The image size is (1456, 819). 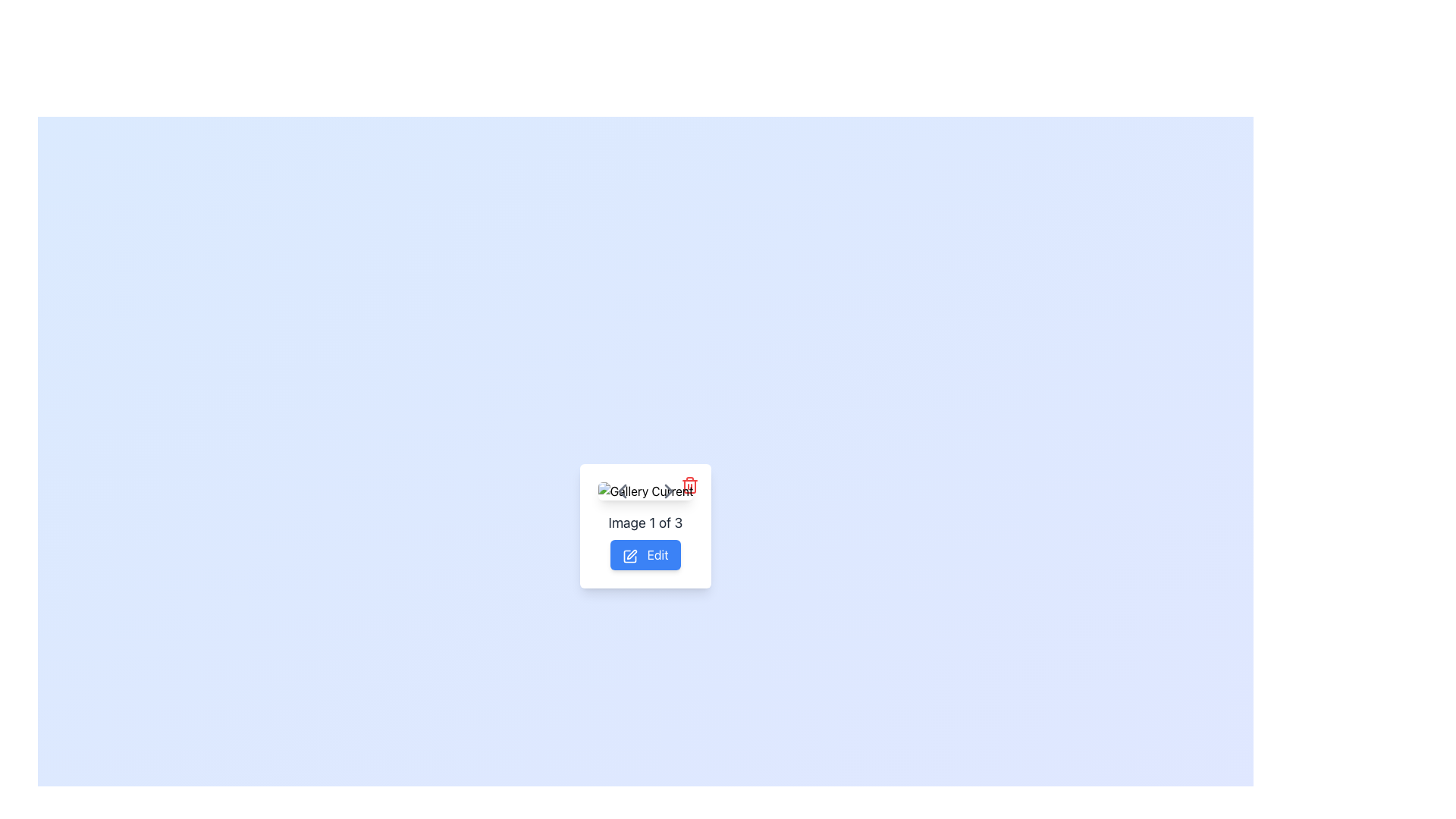 I want to click on the round button with a rightward chevron icon located to the right of the 'Current' text label in the 'Gallery Current' section to change its appearance, so click(x=668, y=491).